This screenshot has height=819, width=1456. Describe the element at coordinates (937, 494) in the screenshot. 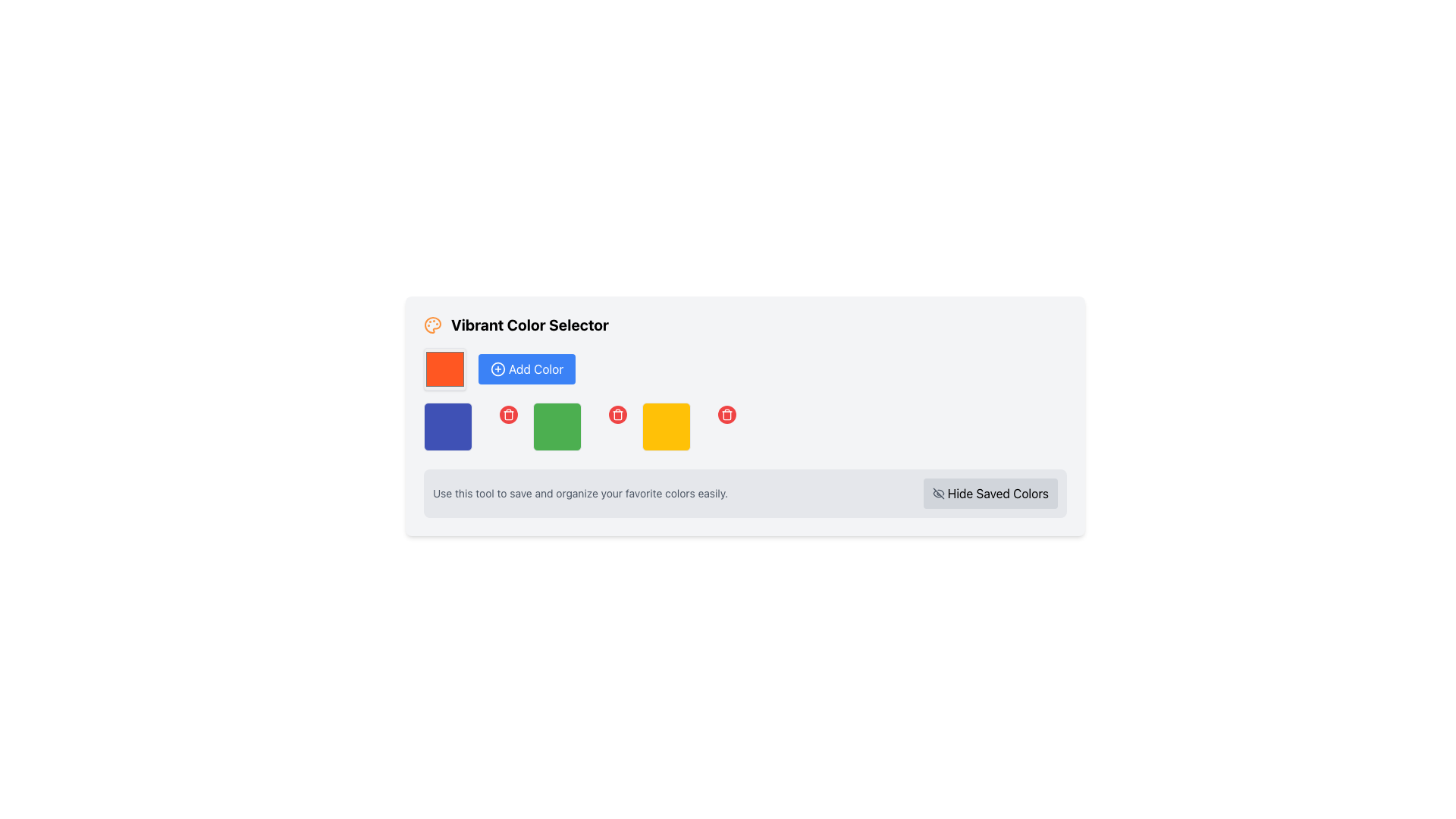

I see `the SVG Icon that toggles the visibility of saved colors, which is part of the 'Hide Saved Colors' button located at the bottom right corner of the interface` at that location.